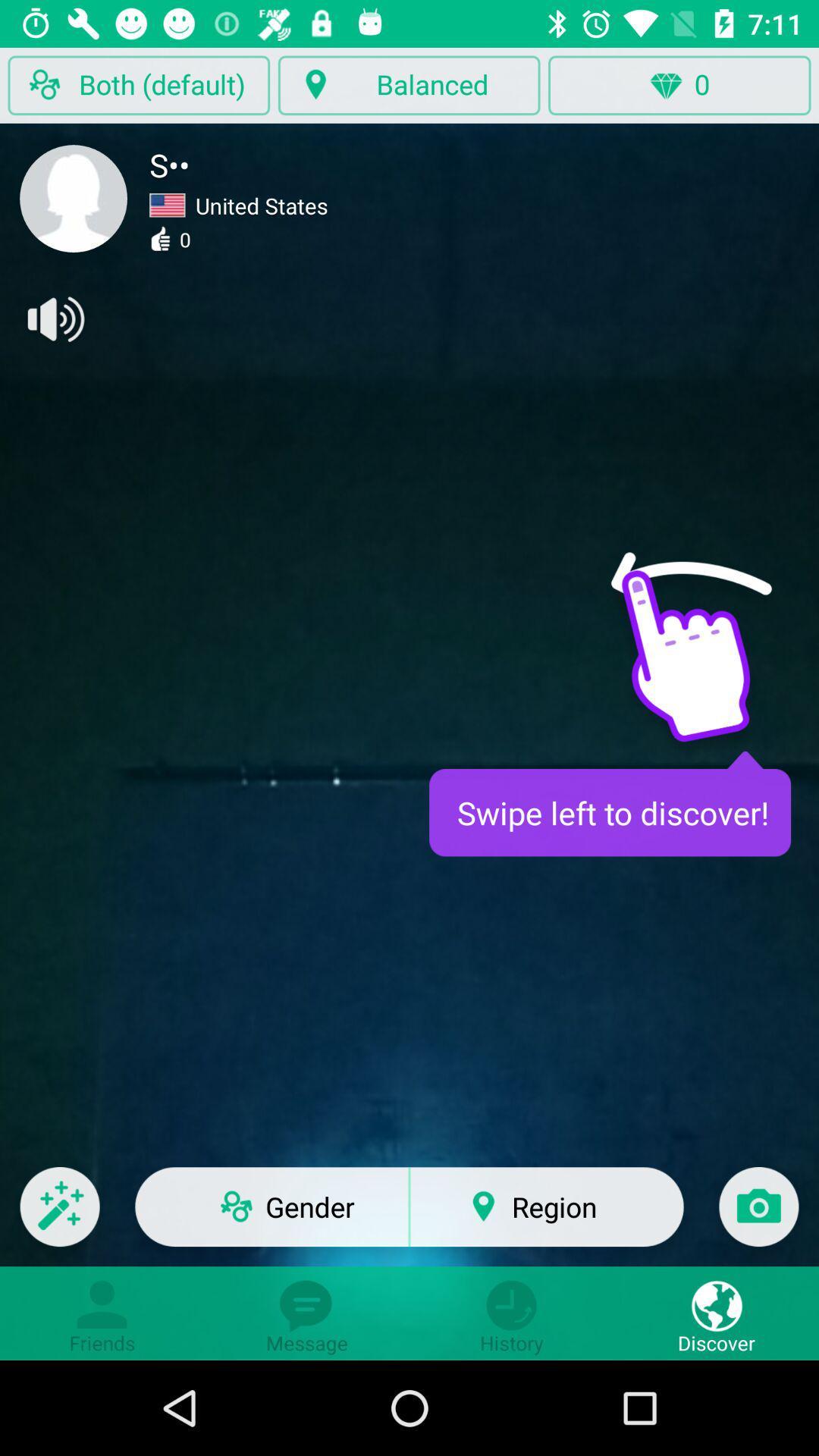  I want to click on the profile under both default of the page, so click(73, 198).